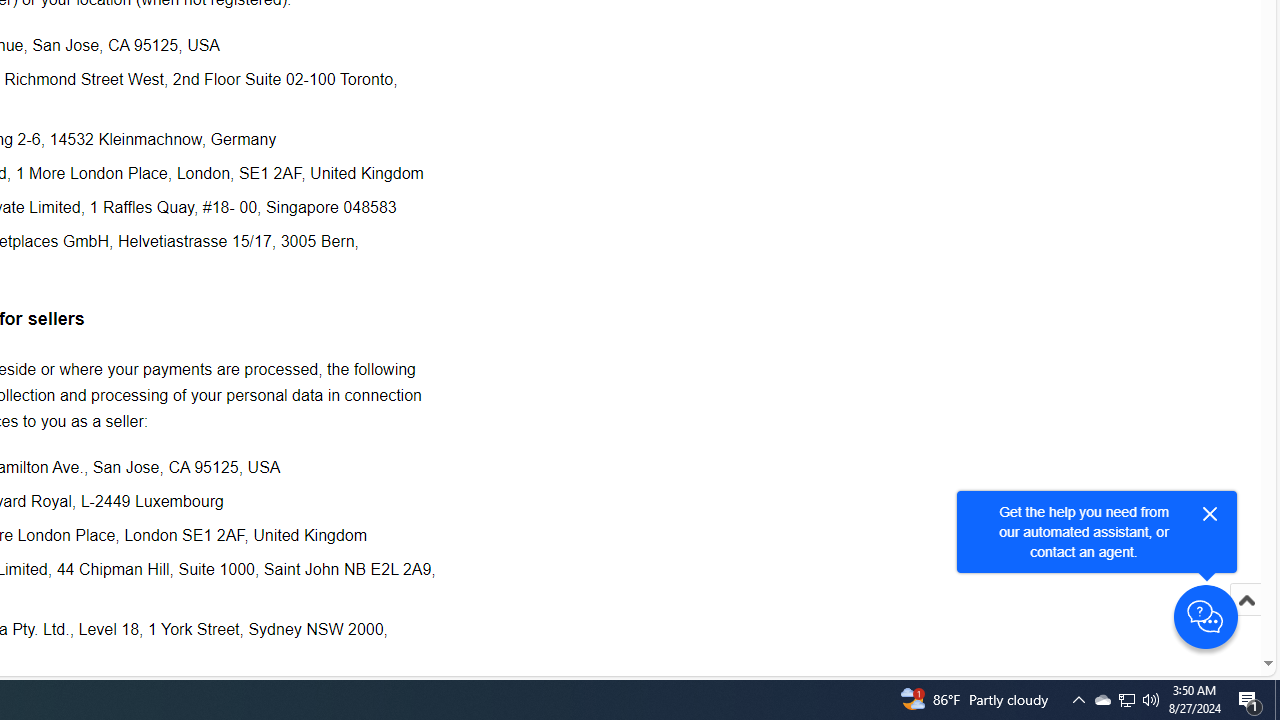 The height and width of the screenshot is (720, 1280). I want to click on 'Scroll to top', so click(1245, 598).